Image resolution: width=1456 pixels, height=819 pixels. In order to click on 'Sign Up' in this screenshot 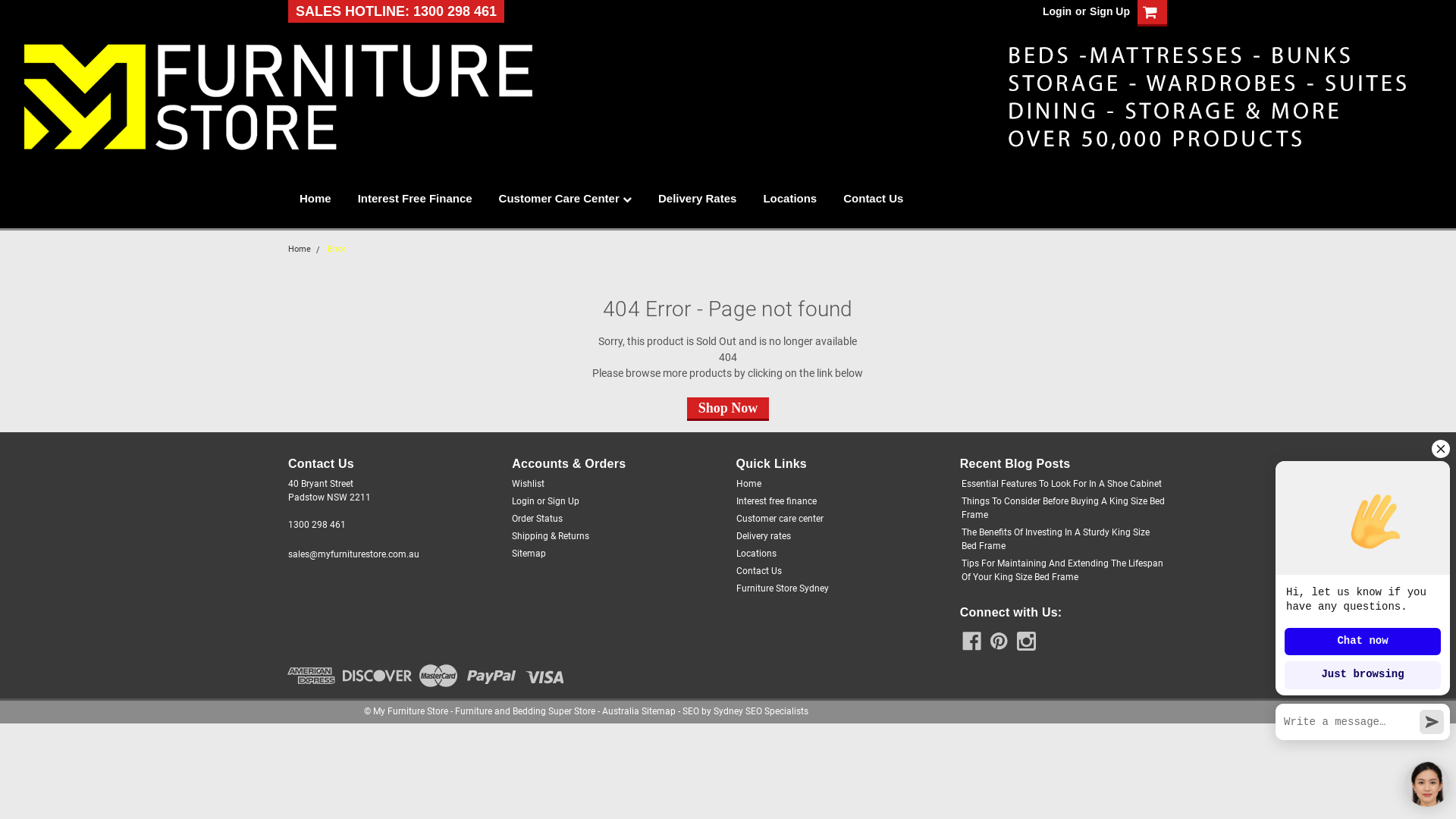, I will do `click(1084, 11)`.